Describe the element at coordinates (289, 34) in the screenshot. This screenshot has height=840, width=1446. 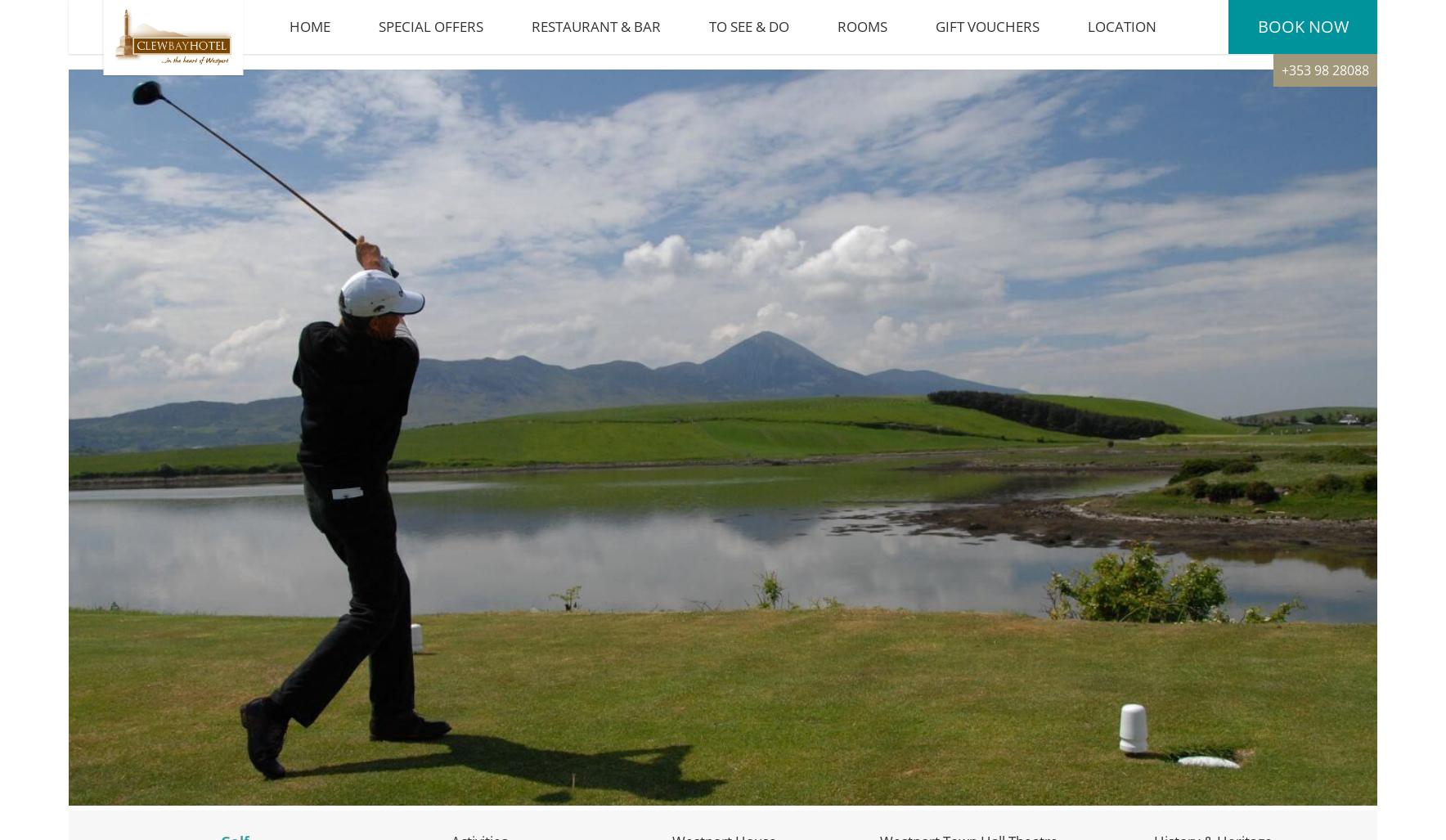
I see `'Home'` at that location.